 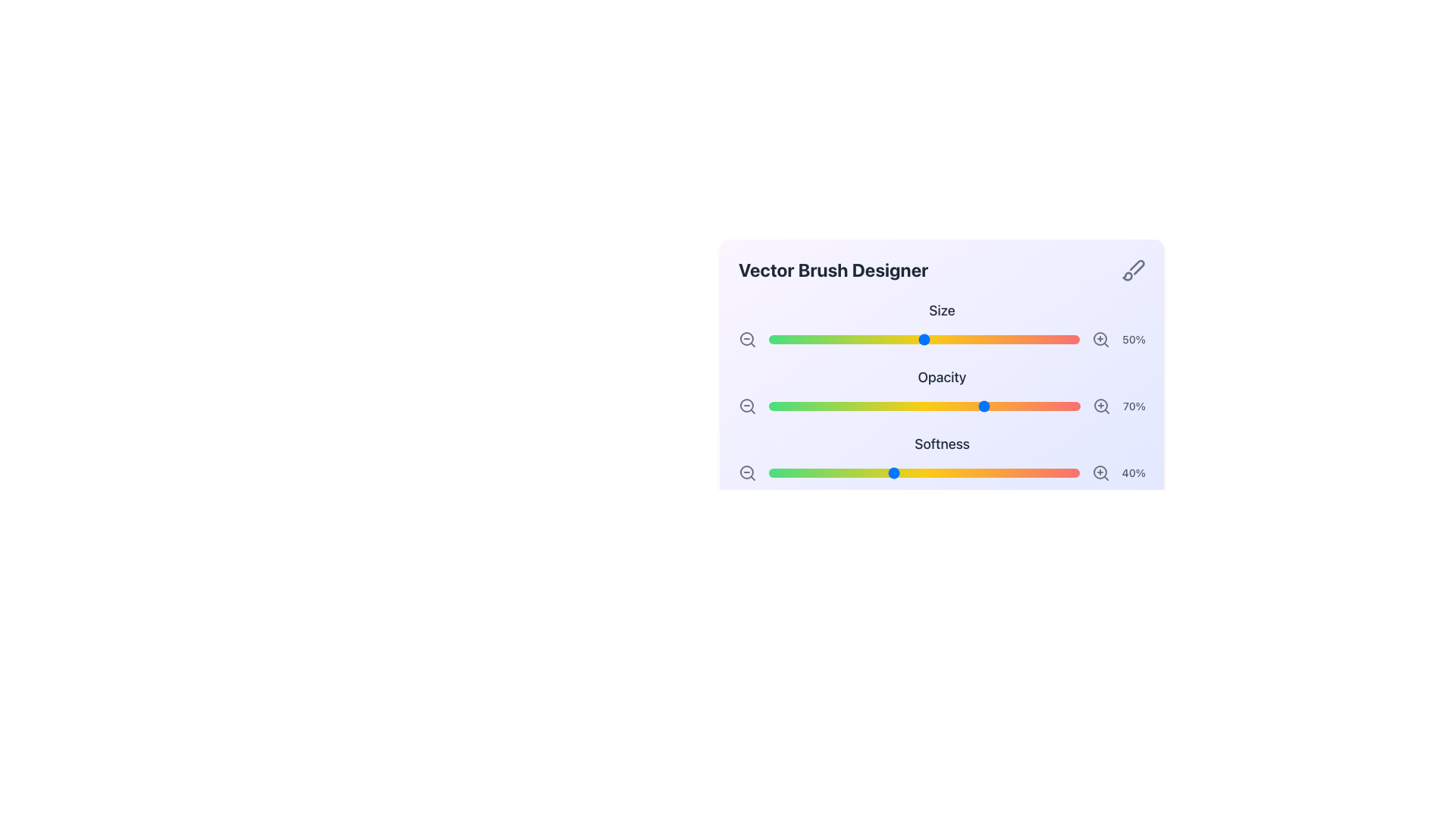 I want to click on the softness level, so click(x=799, y=472).